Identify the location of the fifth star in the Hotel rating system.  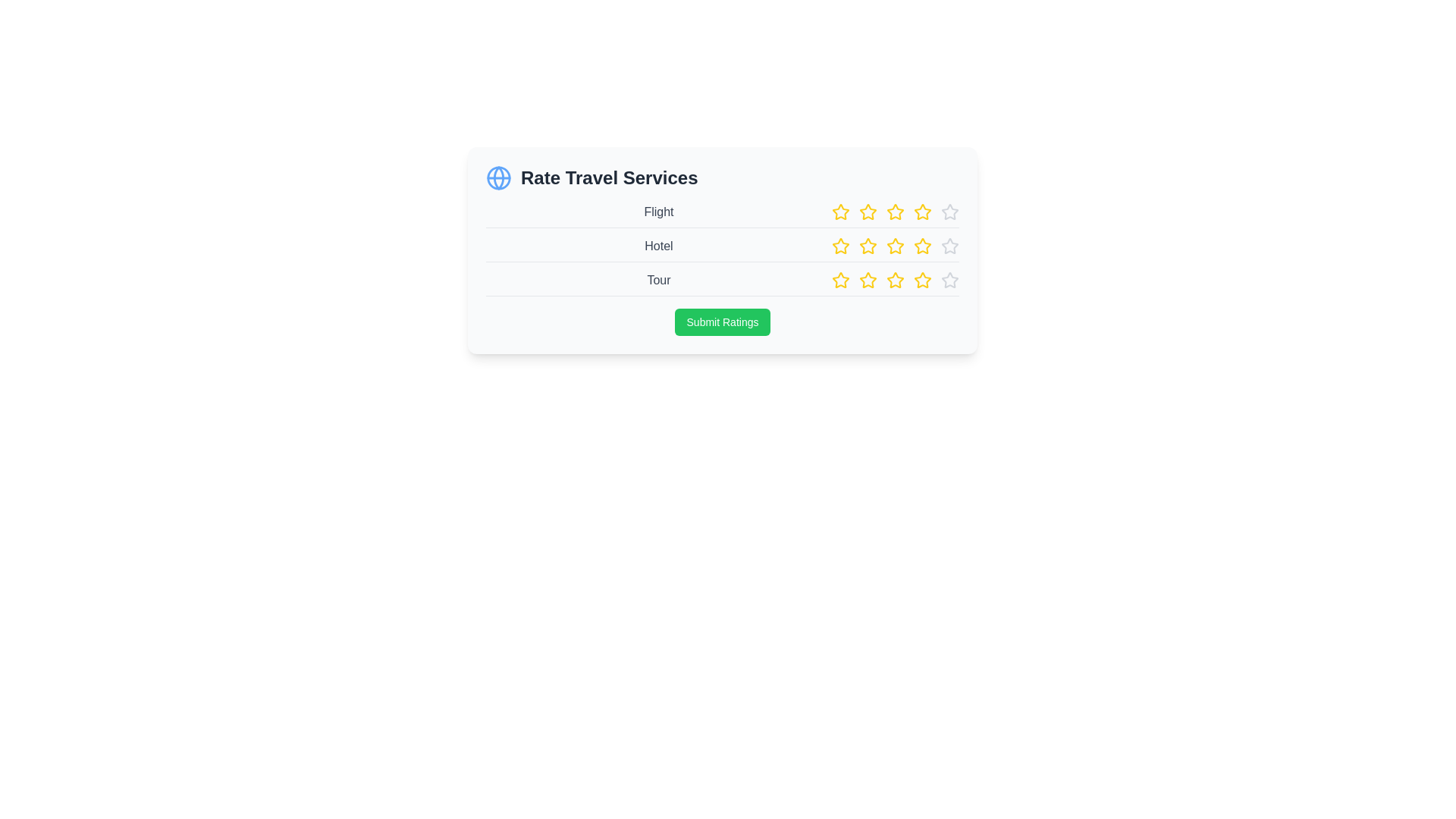
(949, 245).